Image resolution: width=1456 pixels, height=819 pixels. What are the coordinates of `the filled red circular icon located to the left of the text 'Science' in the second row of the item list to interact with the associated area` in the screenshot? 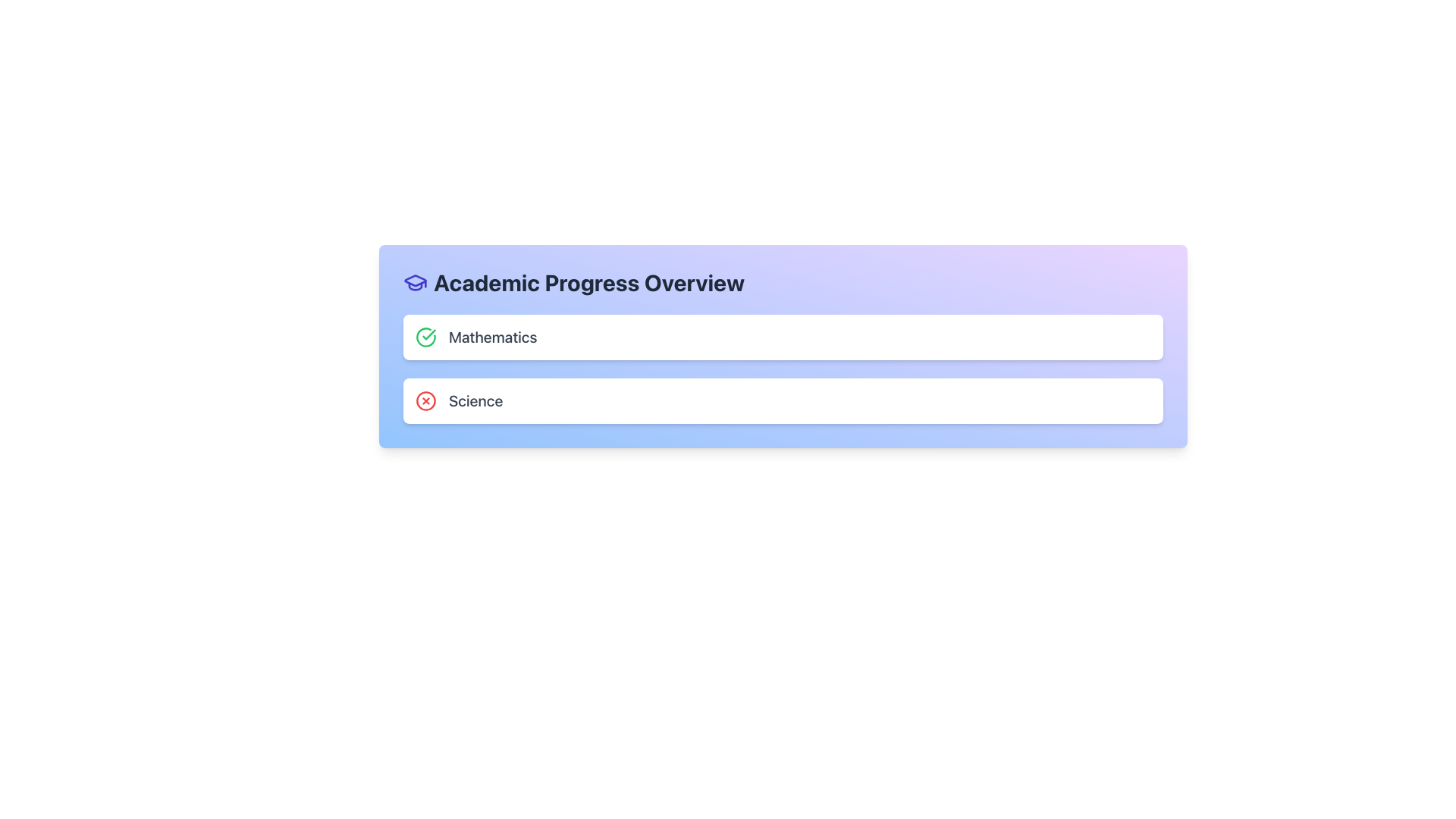 It's located at (425, 400).